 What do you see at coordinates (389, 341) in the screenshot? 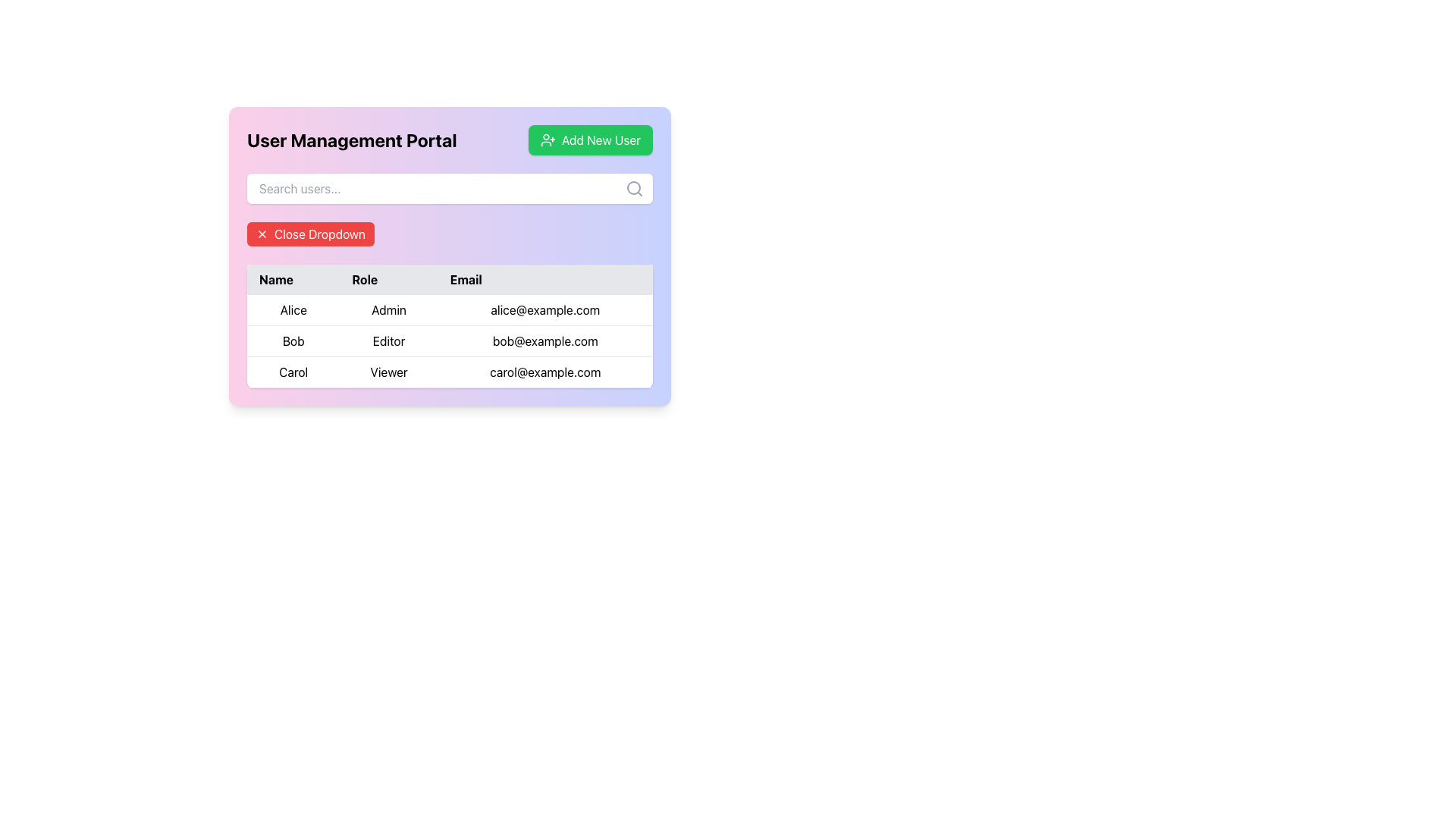
I see `the static text cell containing the word 'Editor' in the 'Role' column of the user management table, located in the second row between 'Bob' and 'bob@example.com'` at bounding box center [389, 341].